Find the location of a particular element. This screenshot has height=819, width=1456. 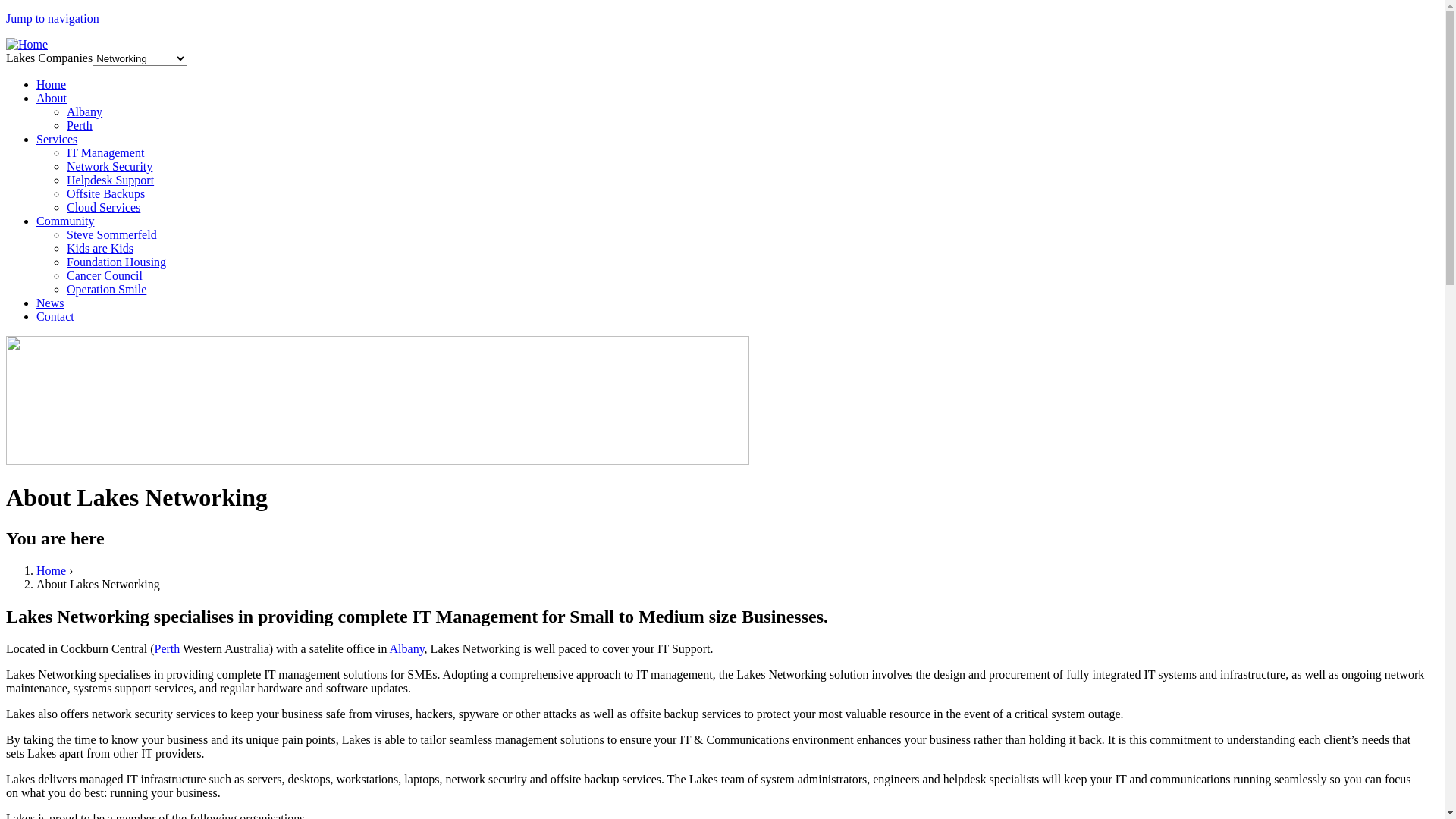

'Offsite Backups' is located at coordinates (105, 193).